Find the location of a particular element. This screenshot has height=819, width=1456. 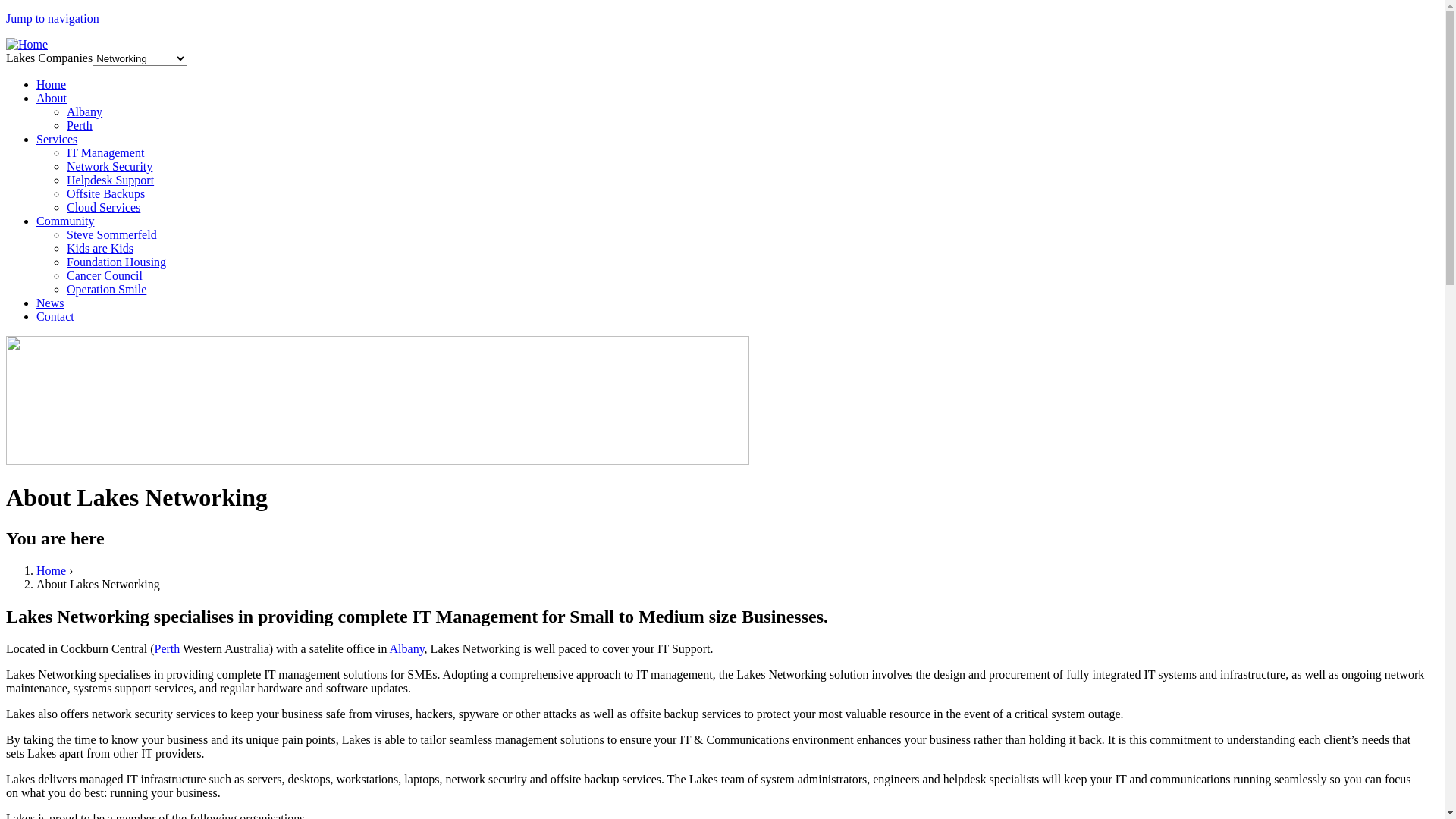

'Offsite Backups' is located at coordinates (105, 193).